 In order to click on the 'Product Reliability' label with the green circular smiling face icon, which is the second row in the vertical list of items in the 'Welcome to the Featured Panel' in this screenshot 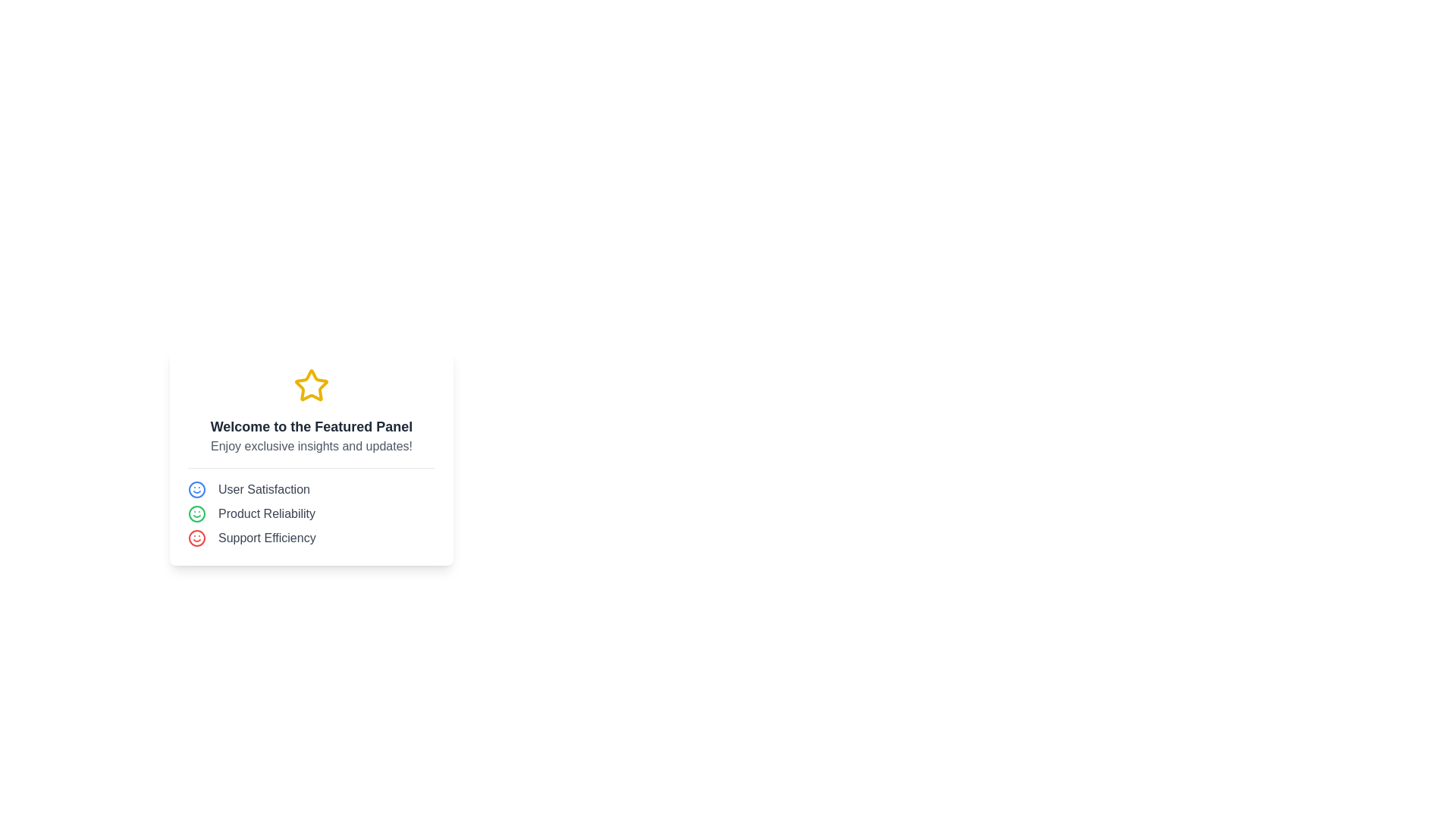, I will do `click(311, 513)`.